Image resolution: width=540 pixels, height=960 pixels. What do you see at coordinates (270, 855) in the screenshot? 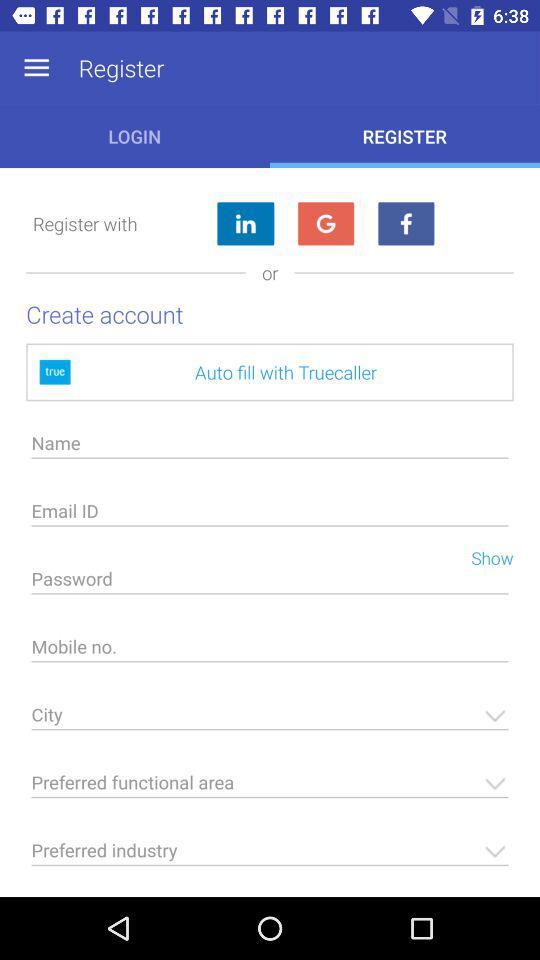
I see `your preferred industry` at bounding box center [270, 855].